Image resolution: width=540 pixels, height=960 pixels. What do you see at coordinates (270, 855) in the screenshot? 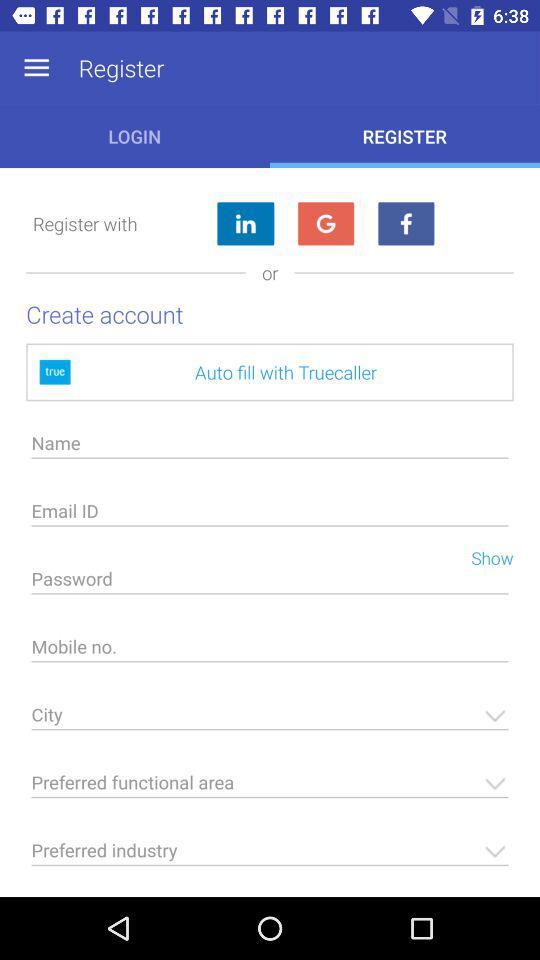
I see `your preferred industry` at bounding box center [270, 855].